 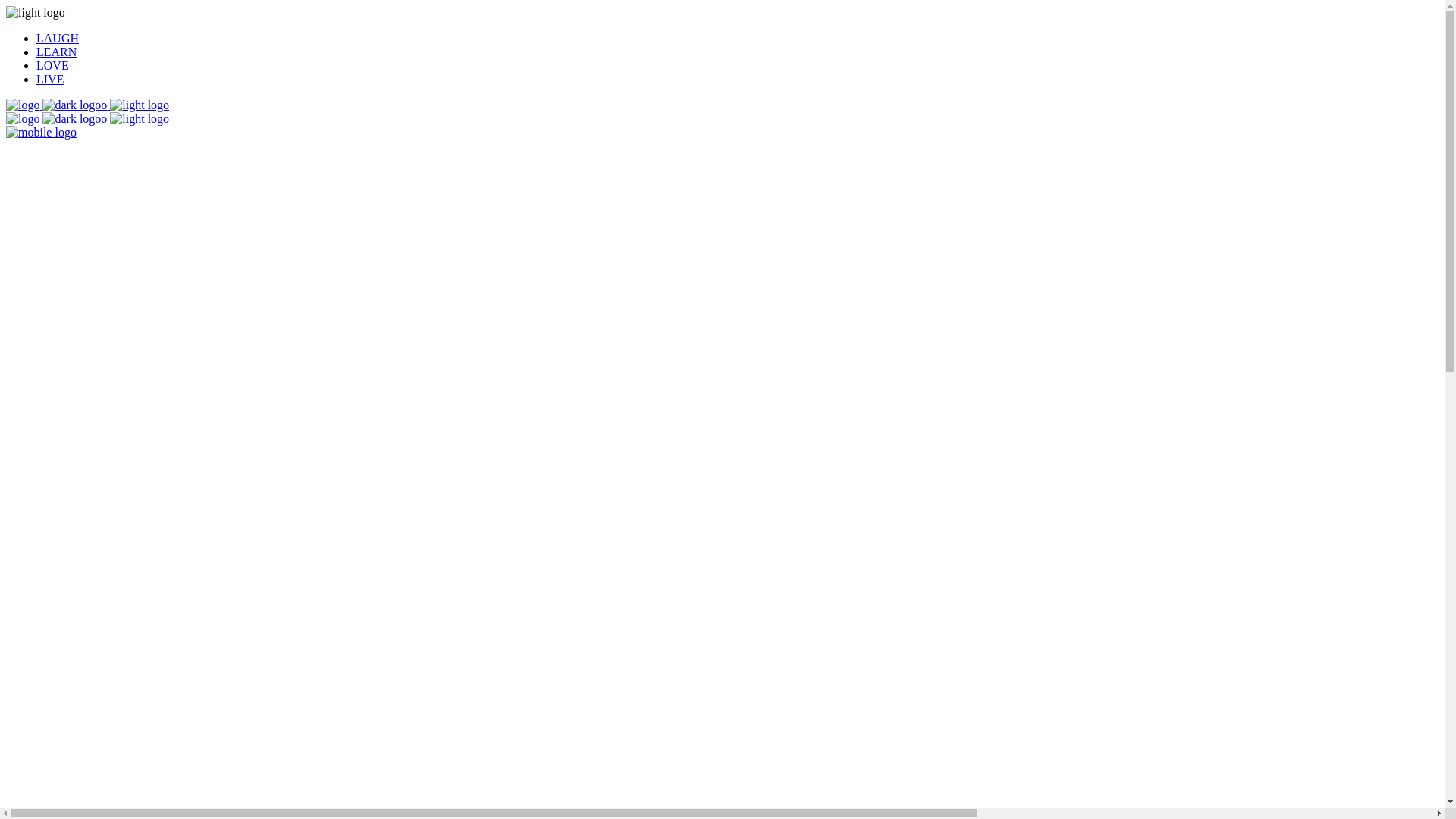 What do you see at coordinates (56, 51) in the screenshot?
I see `'LEARN'` at bounding box center [56, 51].